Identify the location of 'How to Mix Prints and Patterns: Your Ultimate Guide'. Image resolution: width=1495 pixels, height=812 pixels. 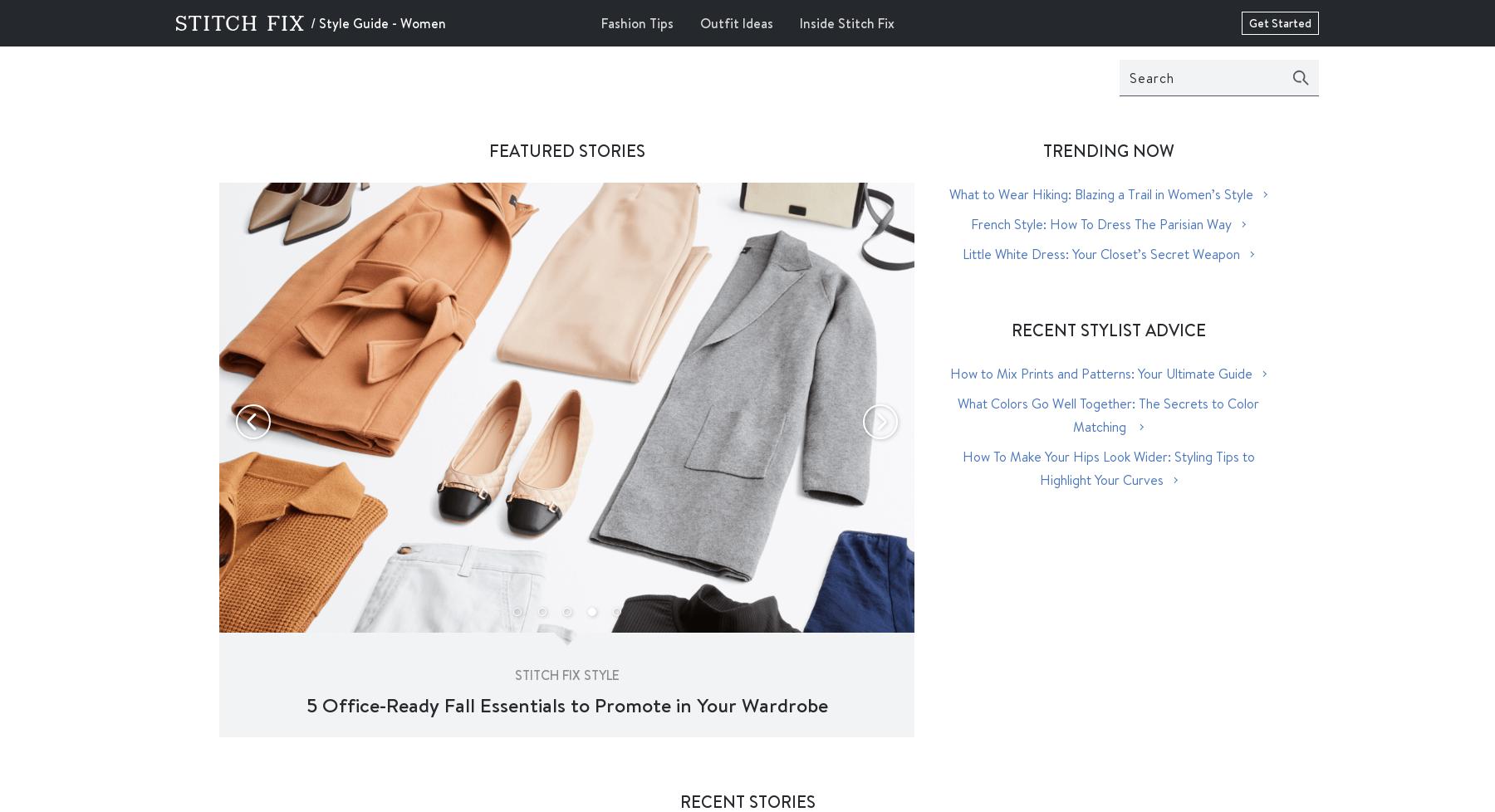
(1101, 372).